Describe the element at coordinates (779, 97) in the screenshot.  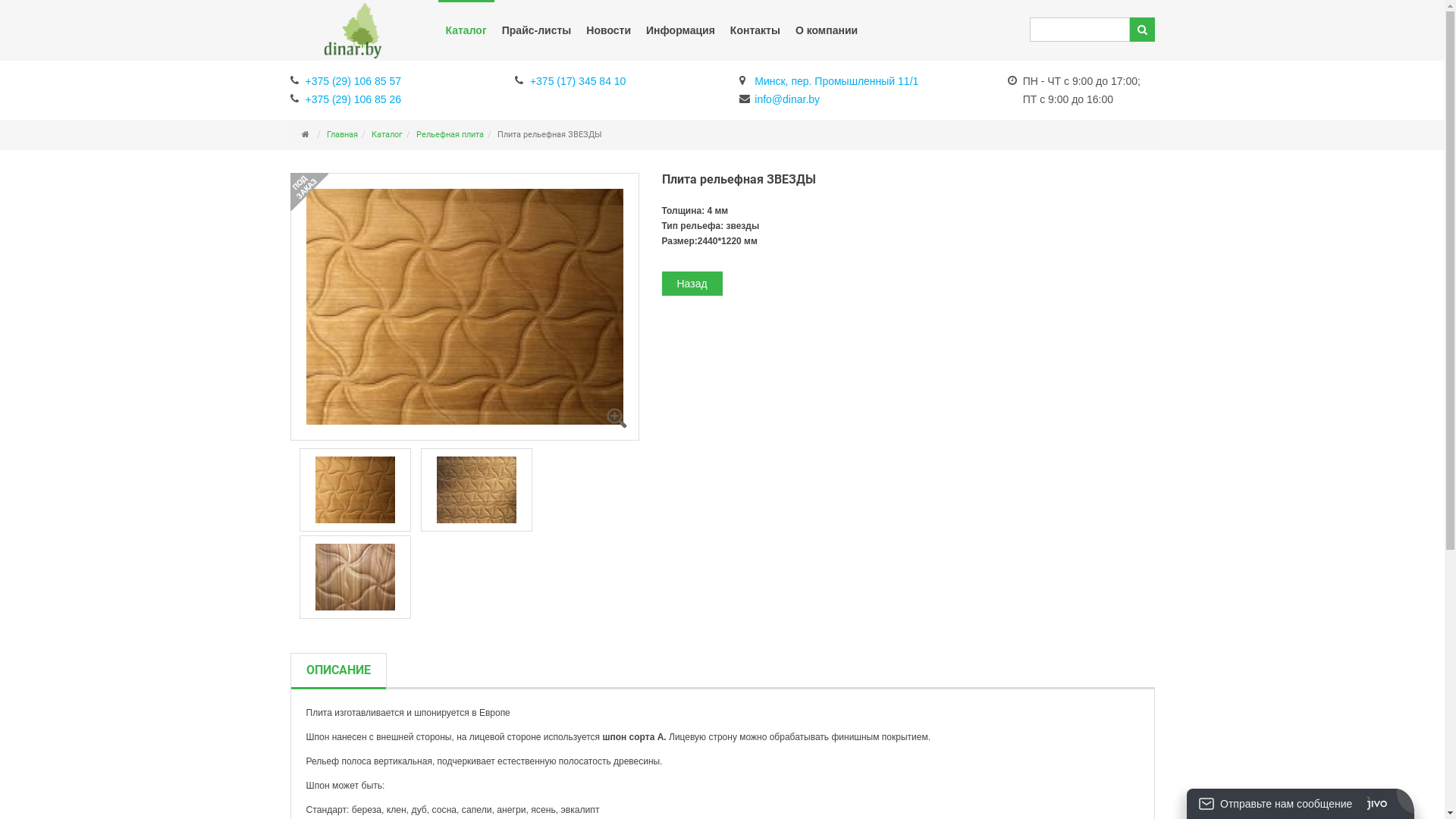
I see `'info@dinar.by'` at that location.